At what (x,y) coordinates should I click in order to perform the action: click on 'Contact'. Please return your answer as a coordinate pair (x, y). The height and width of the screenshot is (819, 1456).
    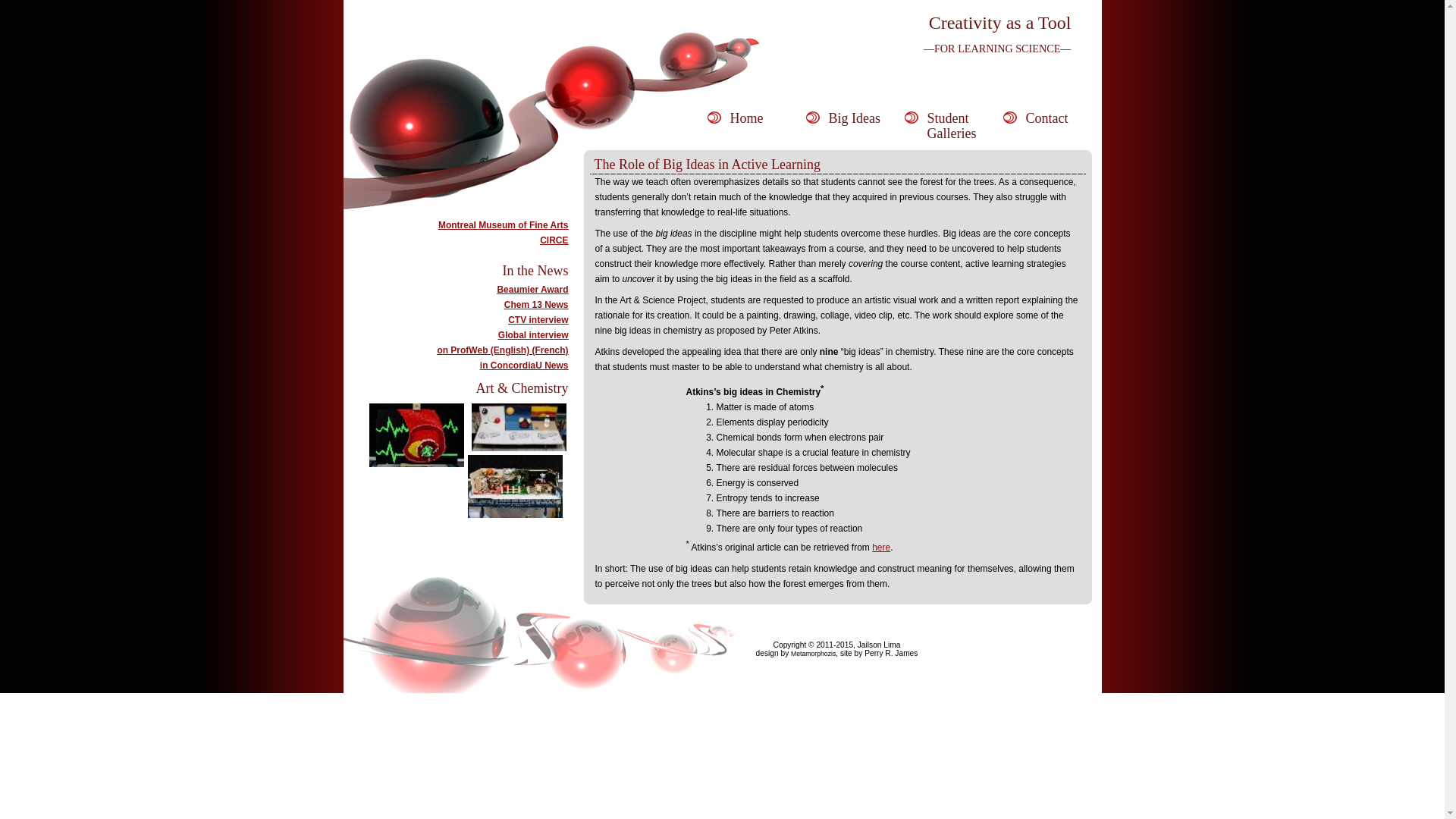
    Looking at the image, I should click on (1051, 120).